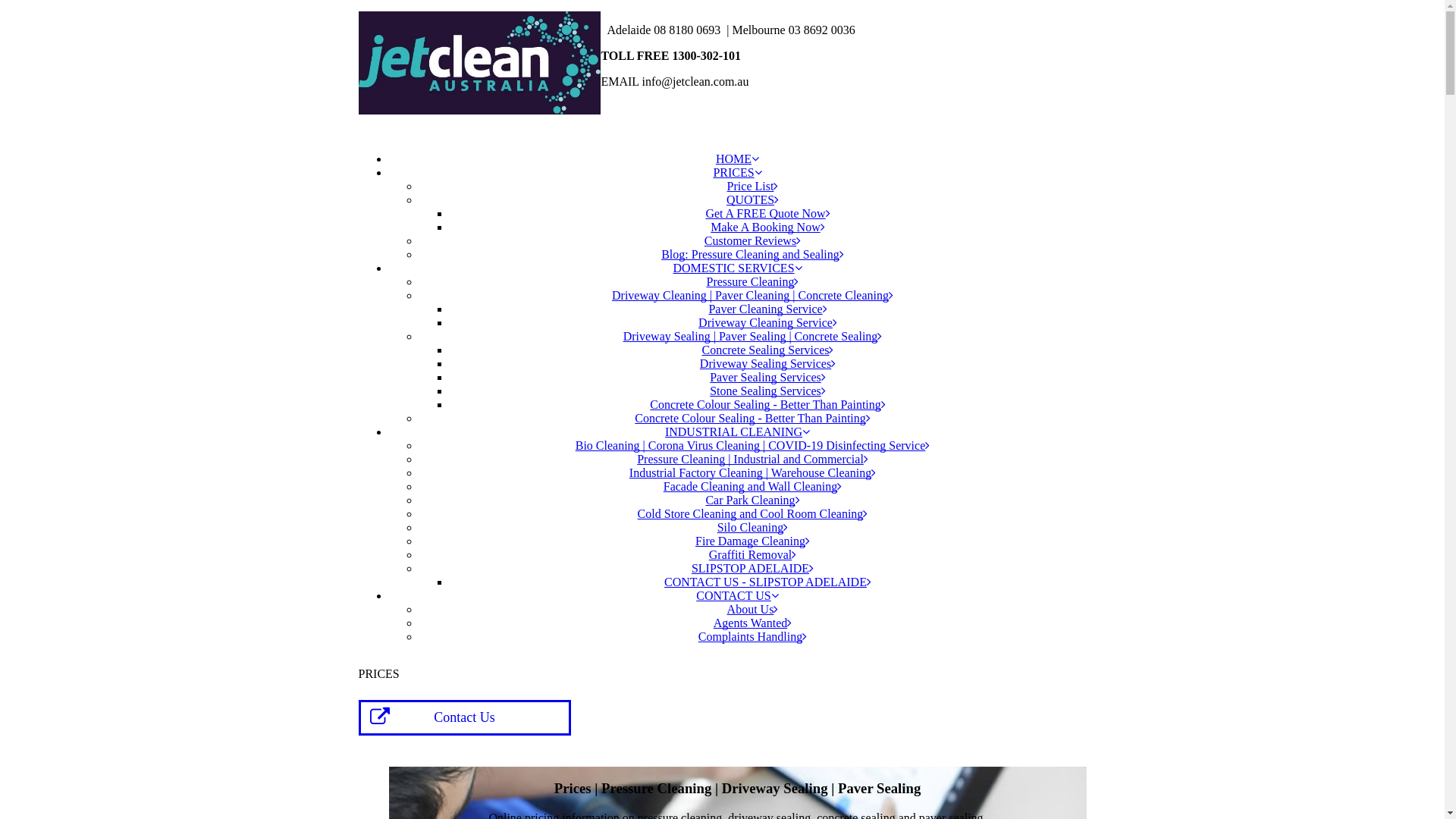  Describe the element at coordinates (767, 581) in the screenshot. I see `'CONTACT US - SLIPSTOP ADELAIDE'` at that location.